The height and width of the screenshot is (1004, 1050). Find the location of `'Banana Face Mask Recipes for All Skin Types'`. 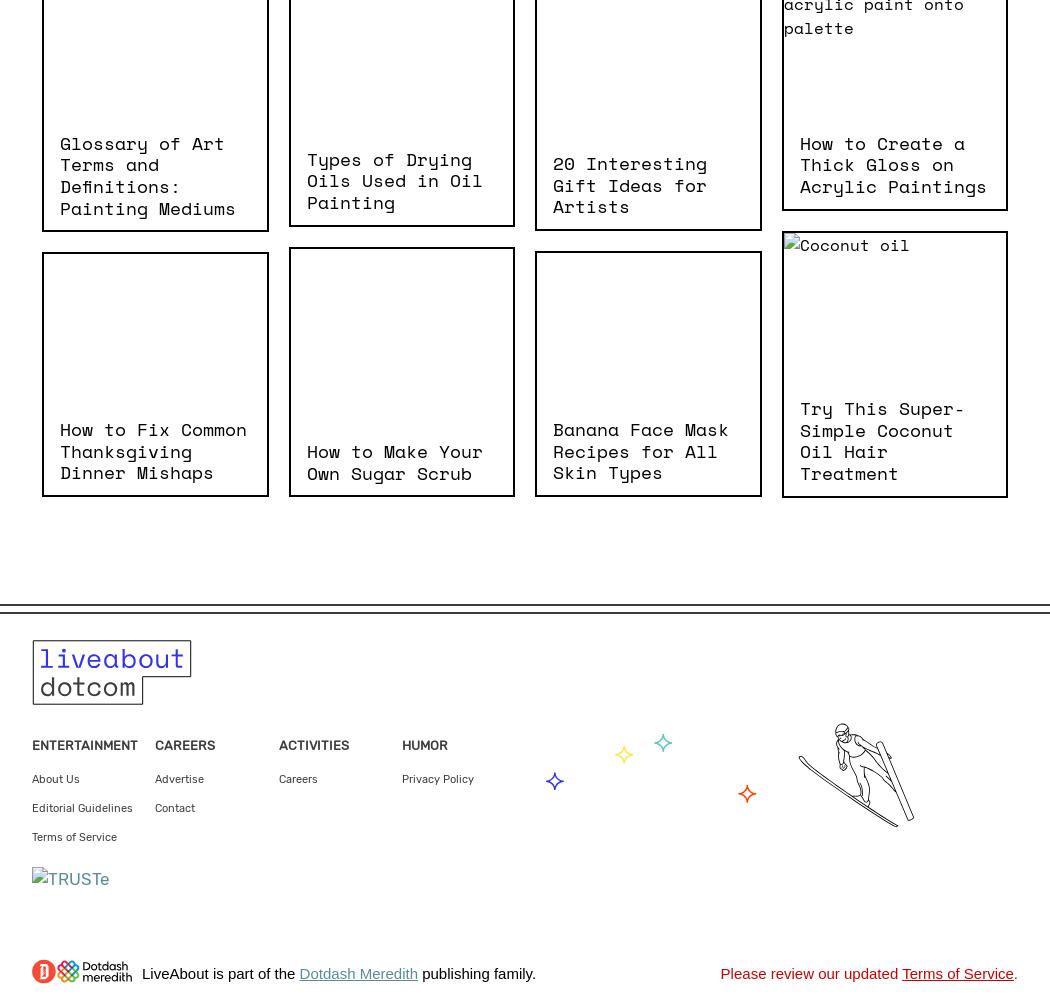

'Banana Face Mask Recipes for All Skin Types' is located at coordinates (640, 449).